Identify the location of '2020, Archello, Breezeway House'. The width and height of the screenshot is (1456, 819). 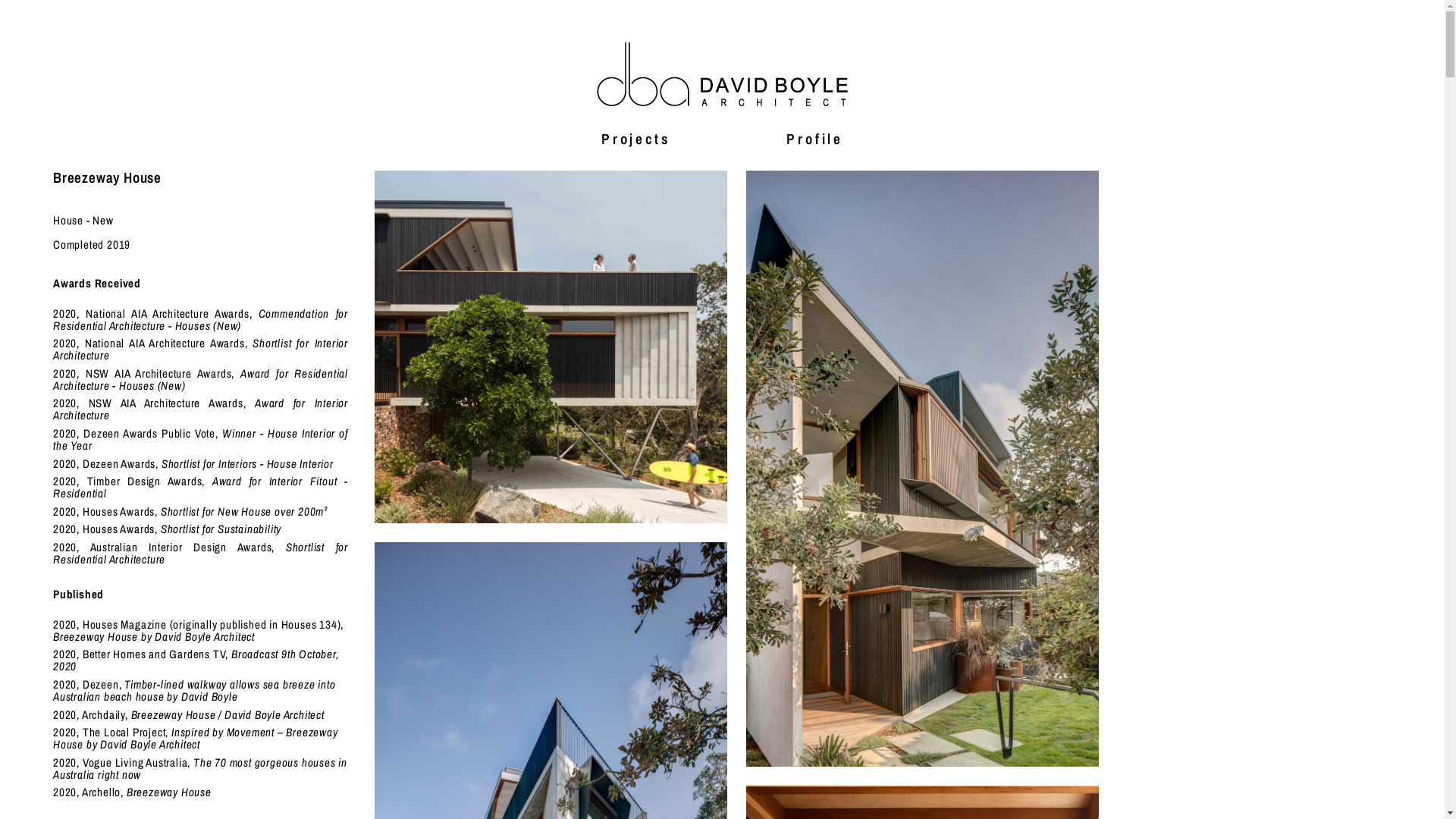
(132, 791).